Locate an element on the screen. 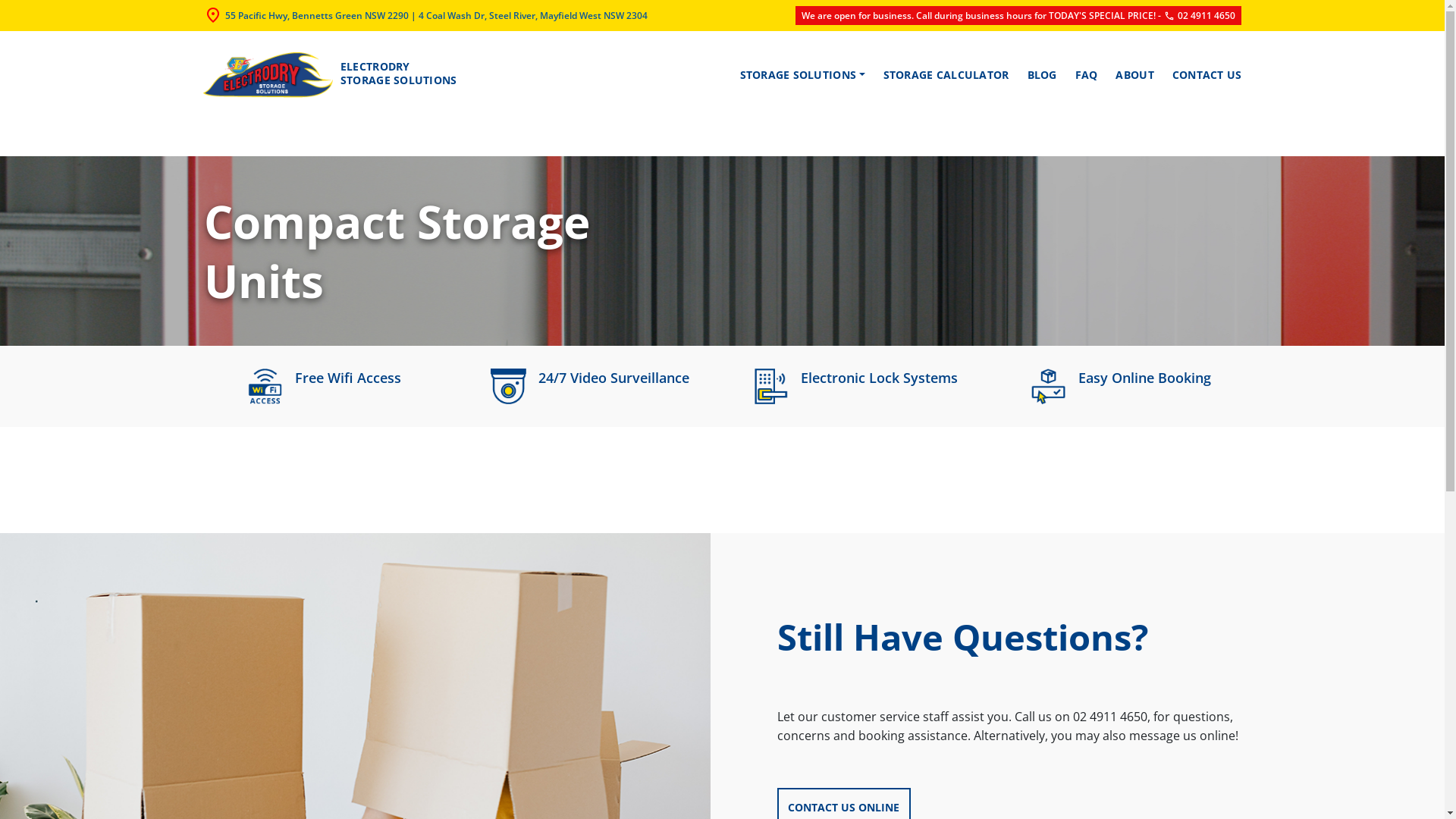 The image size is (1456, 819). 'ABOUT' is located at coordinates (1106, 75).